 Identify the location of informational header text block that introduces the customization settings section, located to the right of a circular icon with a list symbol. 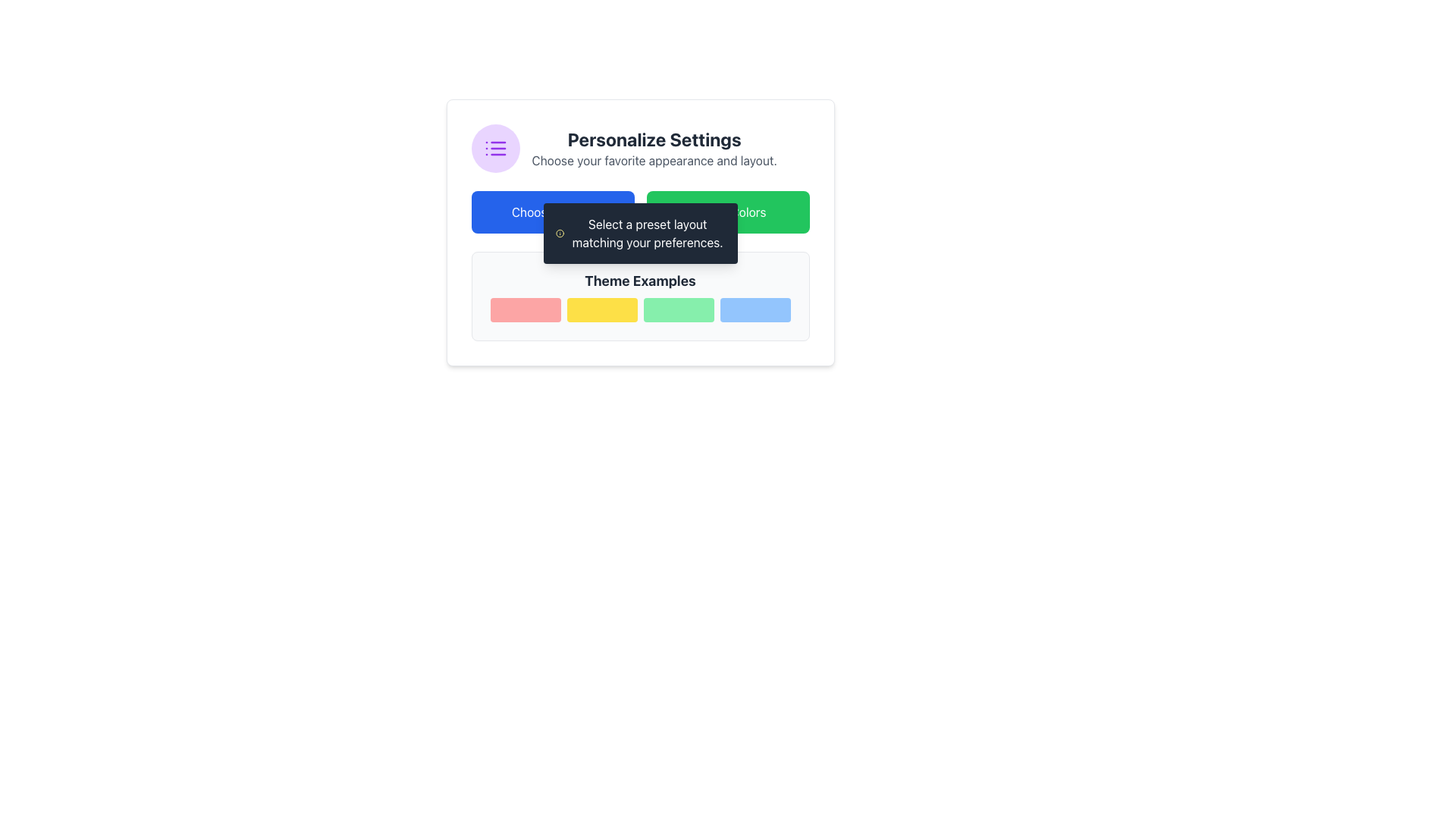
(654, 149).